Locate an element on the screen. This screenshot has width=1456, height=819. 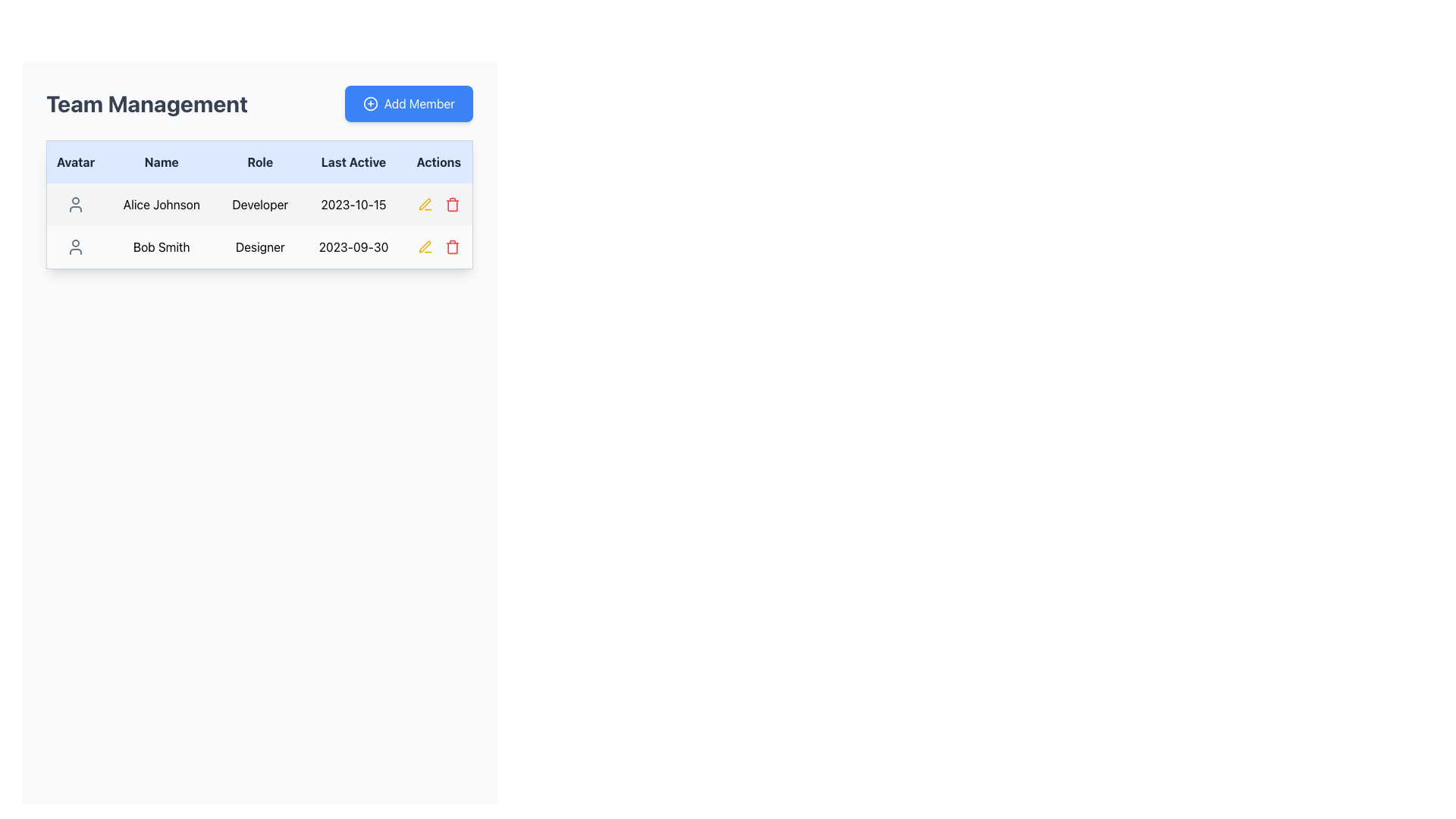
the text label displaying 'Alice Johnson' in the second column of the first row of the 'Team Management' layout is located at coordinates (162, 205).